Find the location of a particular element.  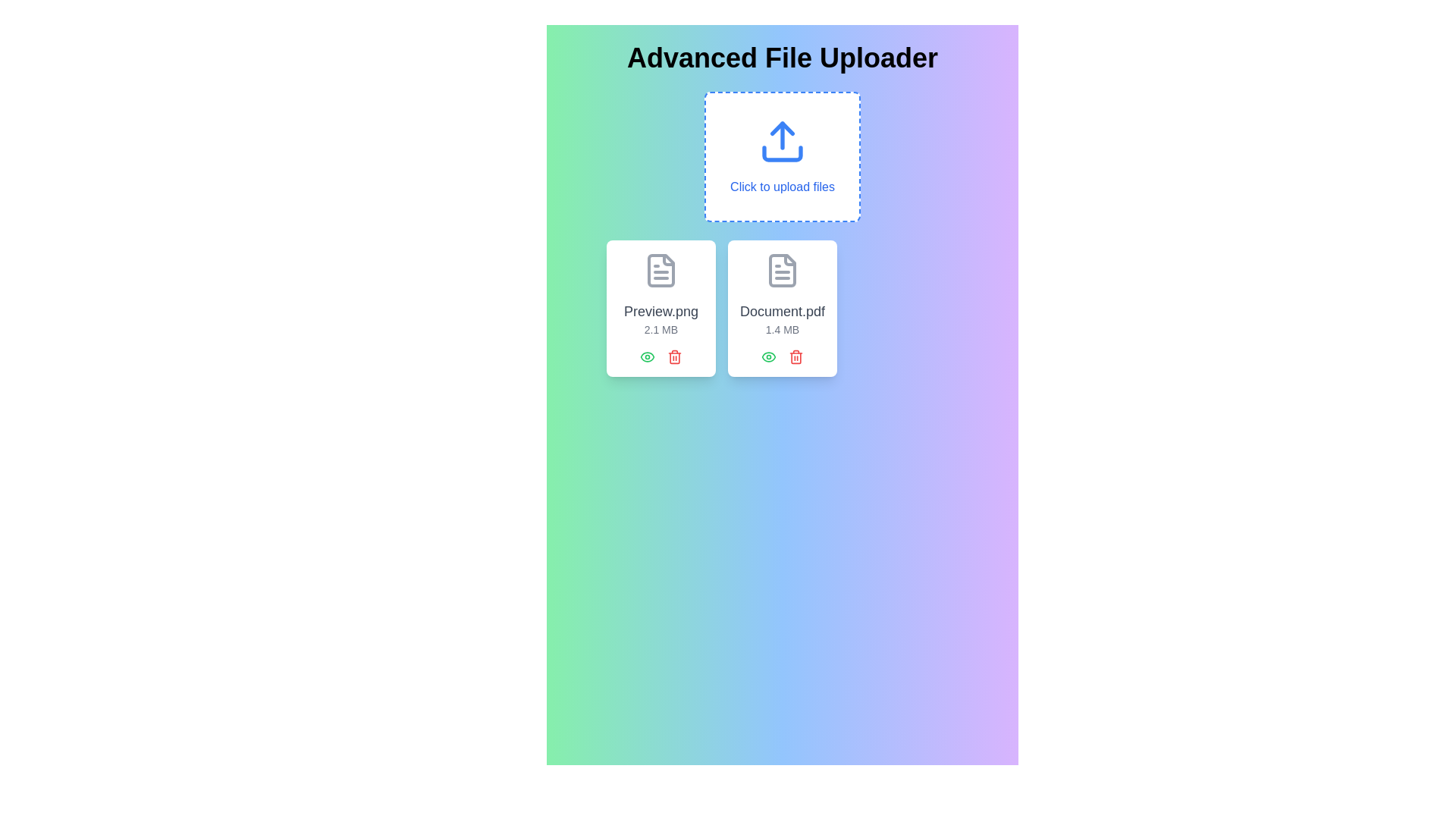

the leftmost file document icon, which is above the text 'Preview.png 2.1 MB' is located at coordinates (661, 270).